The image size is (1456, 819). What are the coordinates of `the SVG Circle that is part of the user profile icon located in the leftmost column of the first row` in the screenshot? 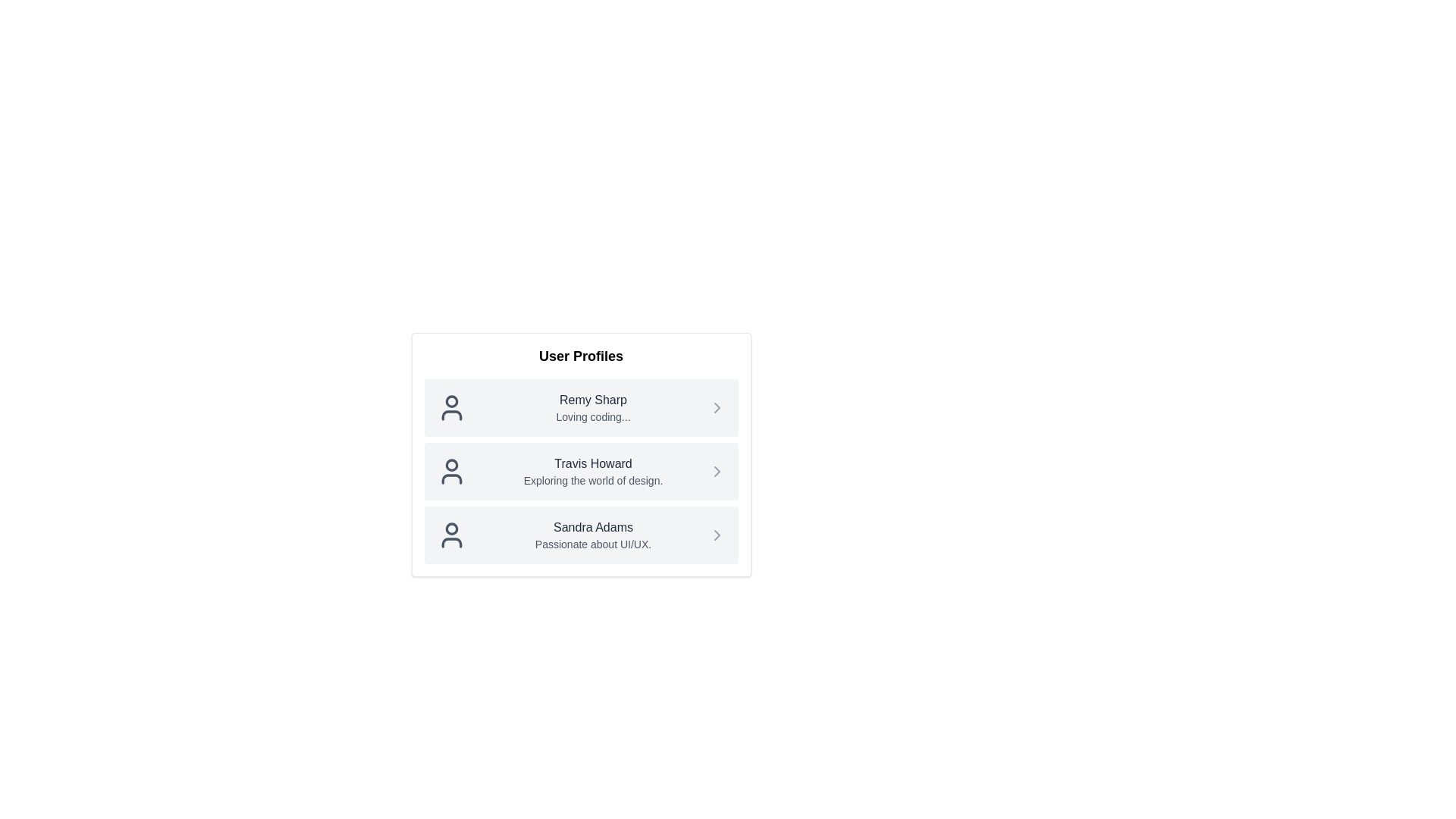 It's located at (450, 400).